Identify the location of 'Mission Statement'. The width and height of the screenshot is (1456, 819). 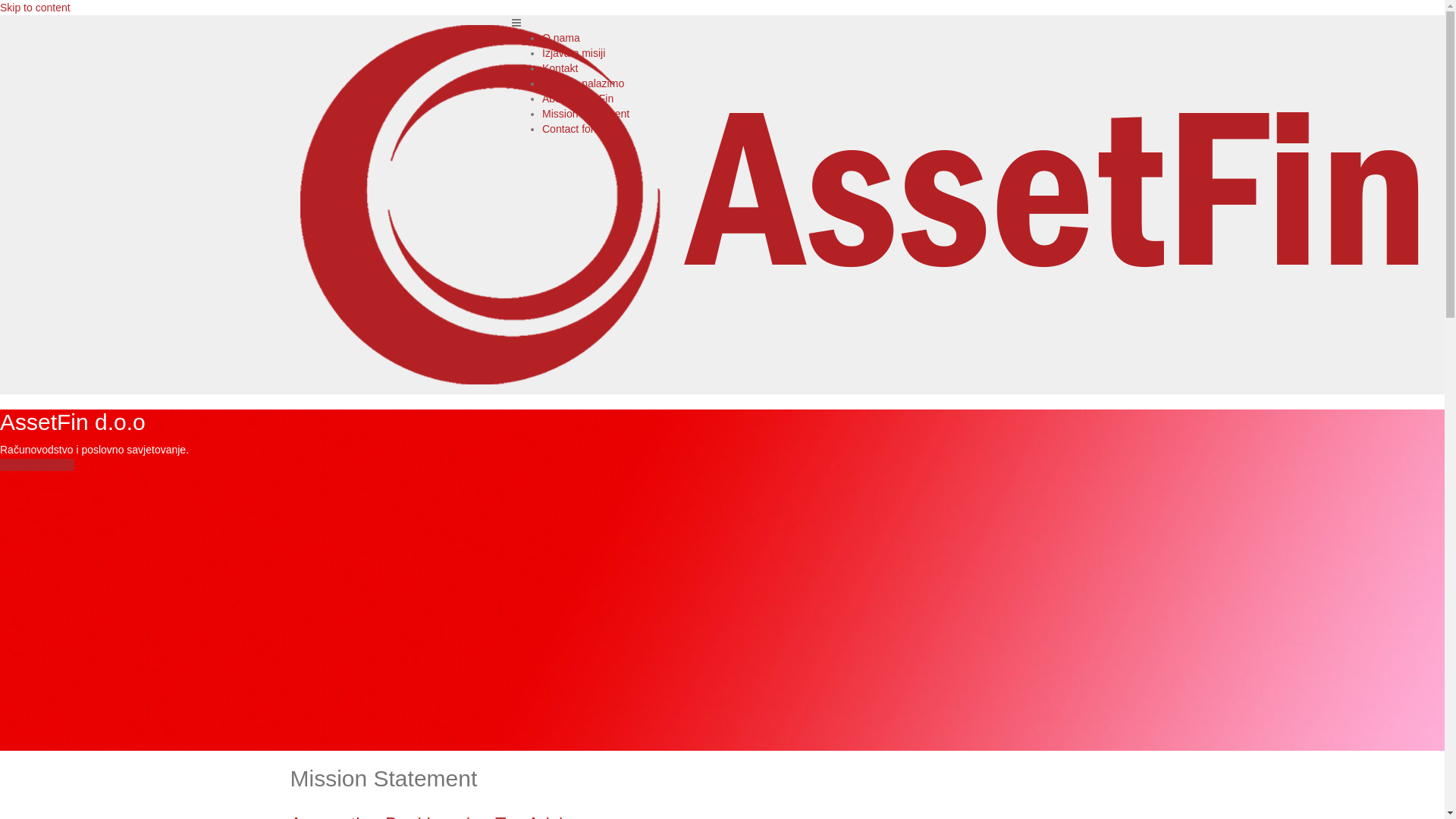
(585, 113).